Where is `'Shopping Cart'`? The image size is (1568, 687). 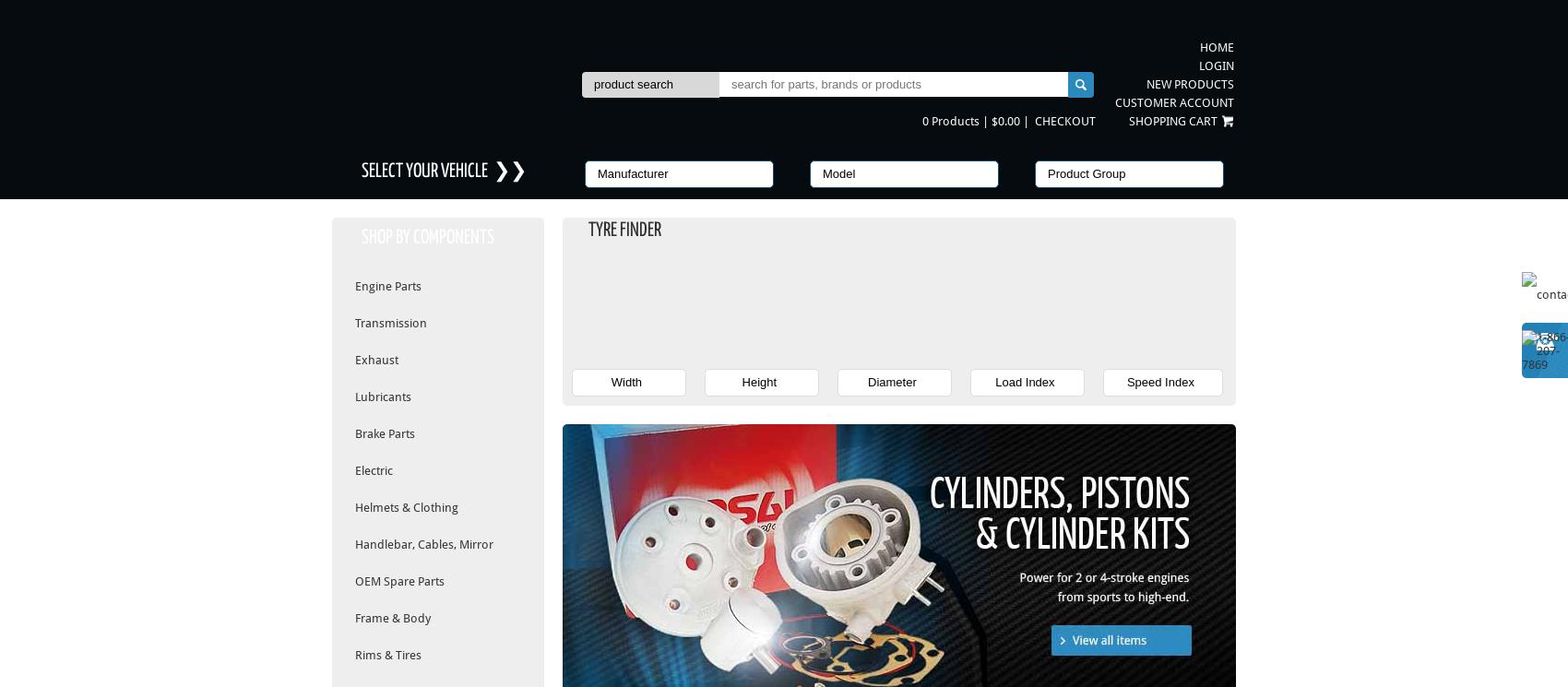 'Shopping Cart' is located at coordinates (1128, 120).